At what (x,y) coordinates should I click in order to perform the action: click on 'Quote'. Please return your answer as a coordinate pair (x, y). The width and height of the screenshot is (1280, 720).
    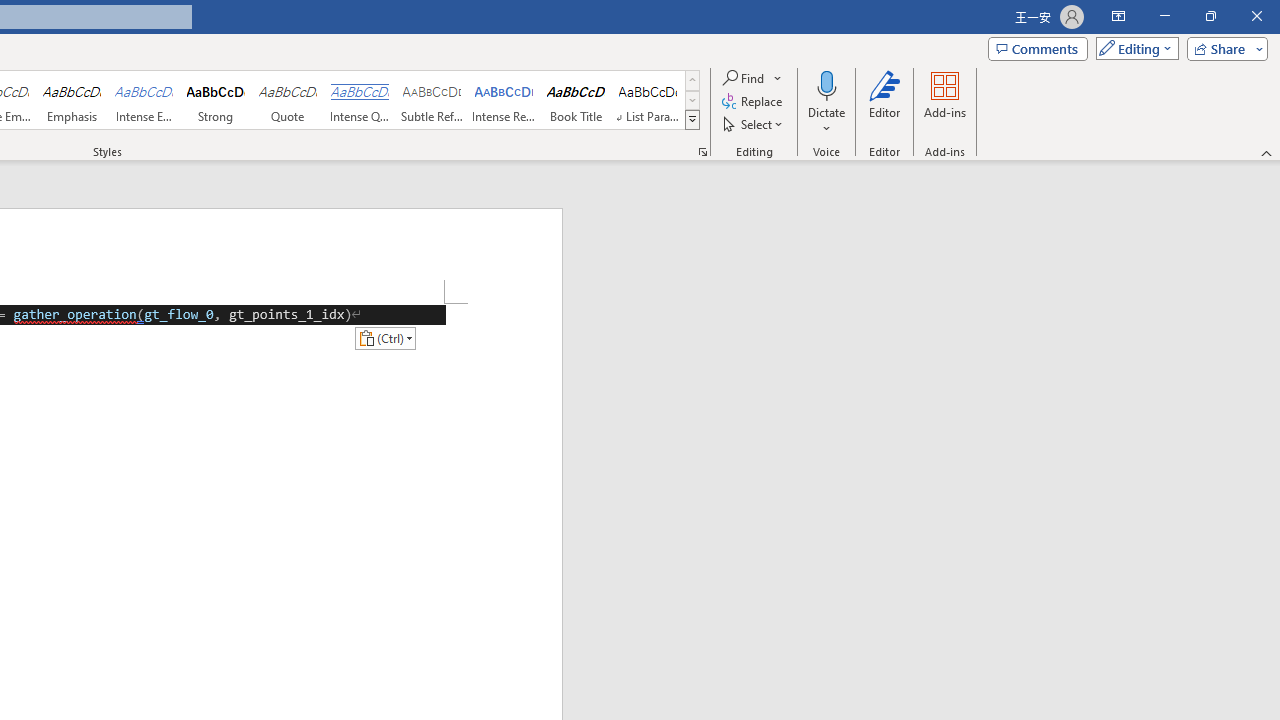
    Looking at the image, I should click on (287, 100).